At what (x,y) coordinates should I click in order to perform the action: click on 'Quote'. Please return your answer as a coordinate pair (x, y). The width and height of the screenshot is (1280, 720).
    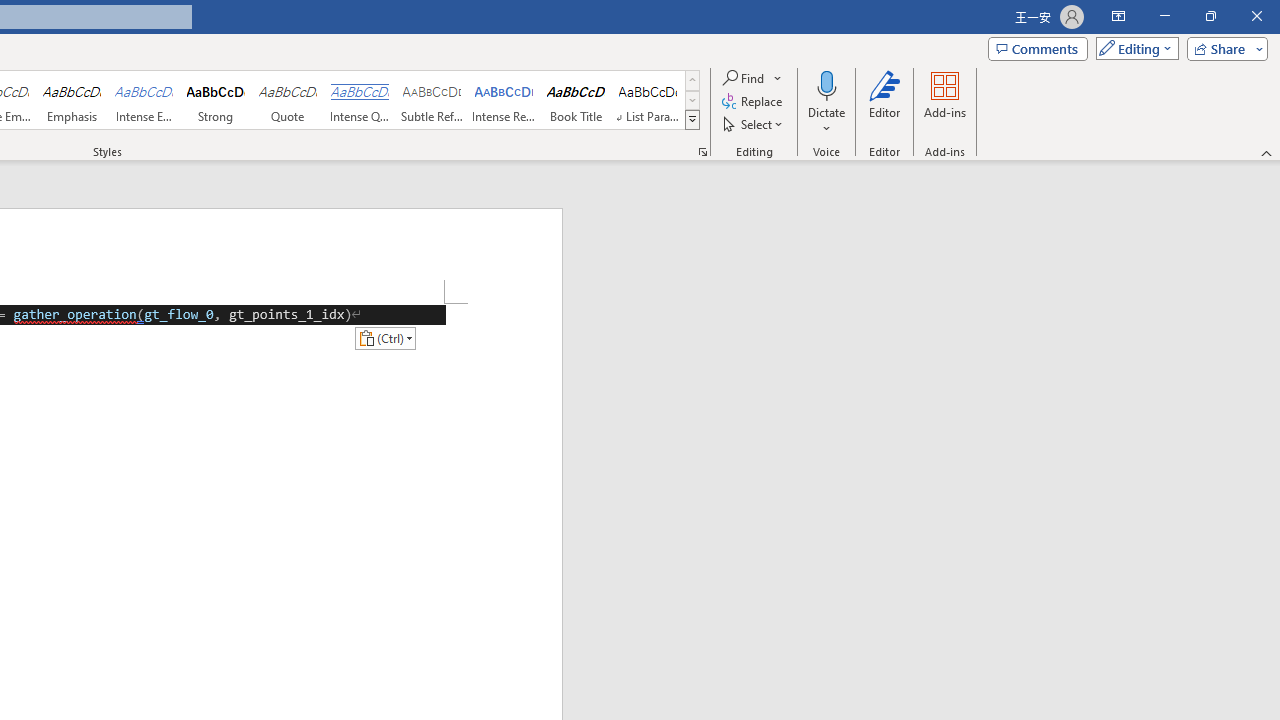
    Looking at the image, I should click on (287, 100).